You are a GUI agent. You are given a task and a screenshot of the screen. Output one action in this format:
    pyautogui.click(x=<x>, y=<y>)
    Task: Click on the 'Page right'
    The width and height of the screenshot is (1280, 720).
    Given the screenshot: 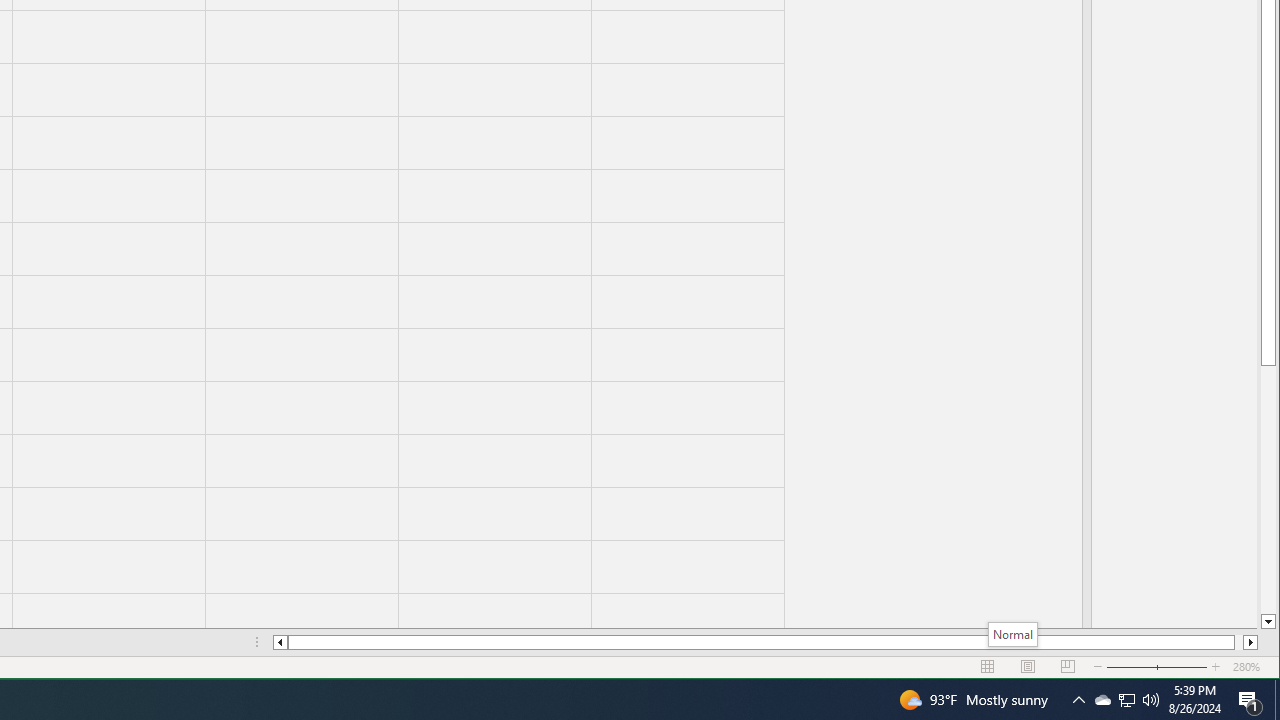 What is the action you would take?
    pyautogui.click(x=1238, y=642)
    